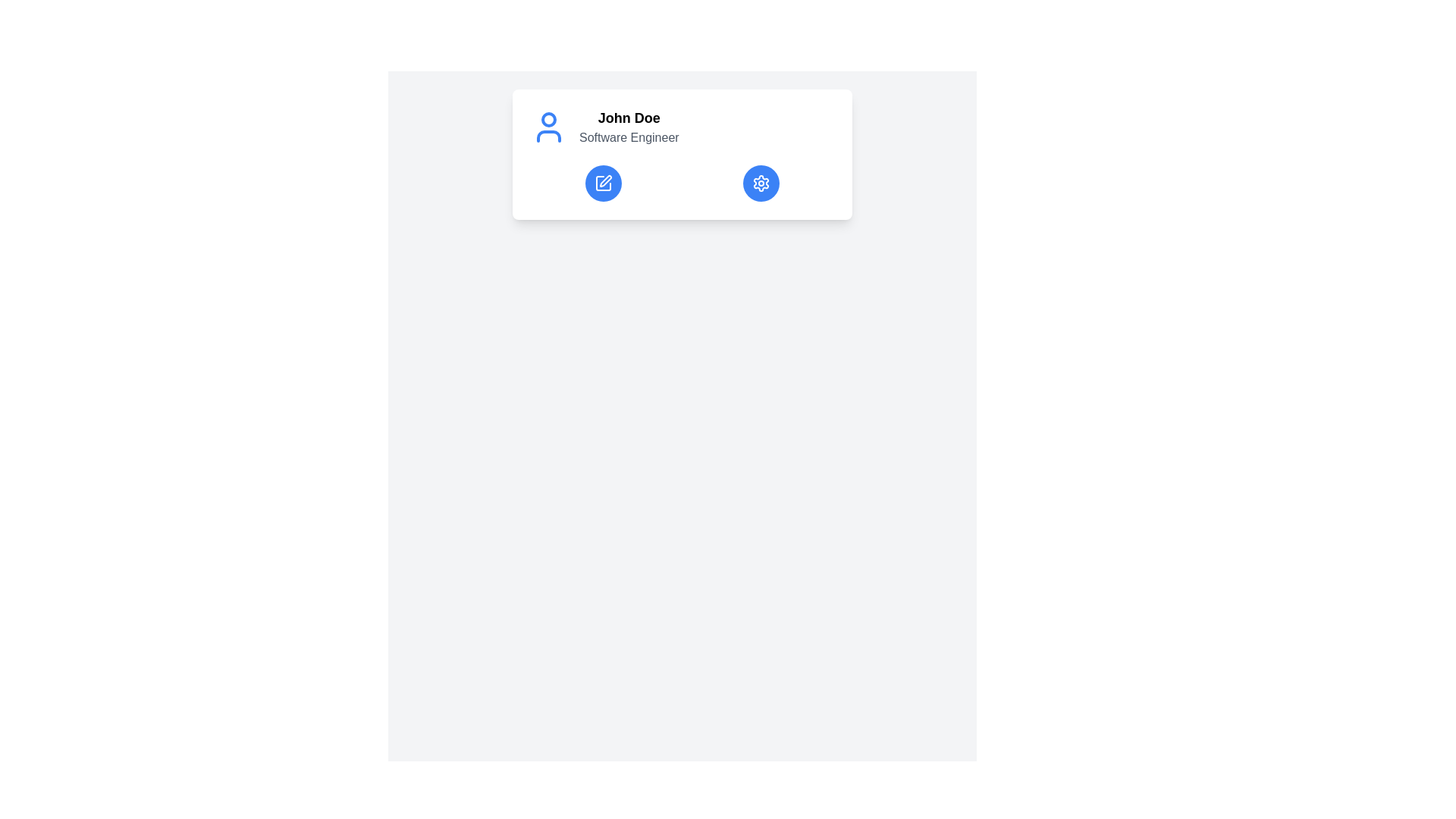 The width and height of the screenshot is (1456, 819). I want to click on text displayed in the Text Label that shows the user's job title or role, located beneath 'John Doe', so click(629, 137).